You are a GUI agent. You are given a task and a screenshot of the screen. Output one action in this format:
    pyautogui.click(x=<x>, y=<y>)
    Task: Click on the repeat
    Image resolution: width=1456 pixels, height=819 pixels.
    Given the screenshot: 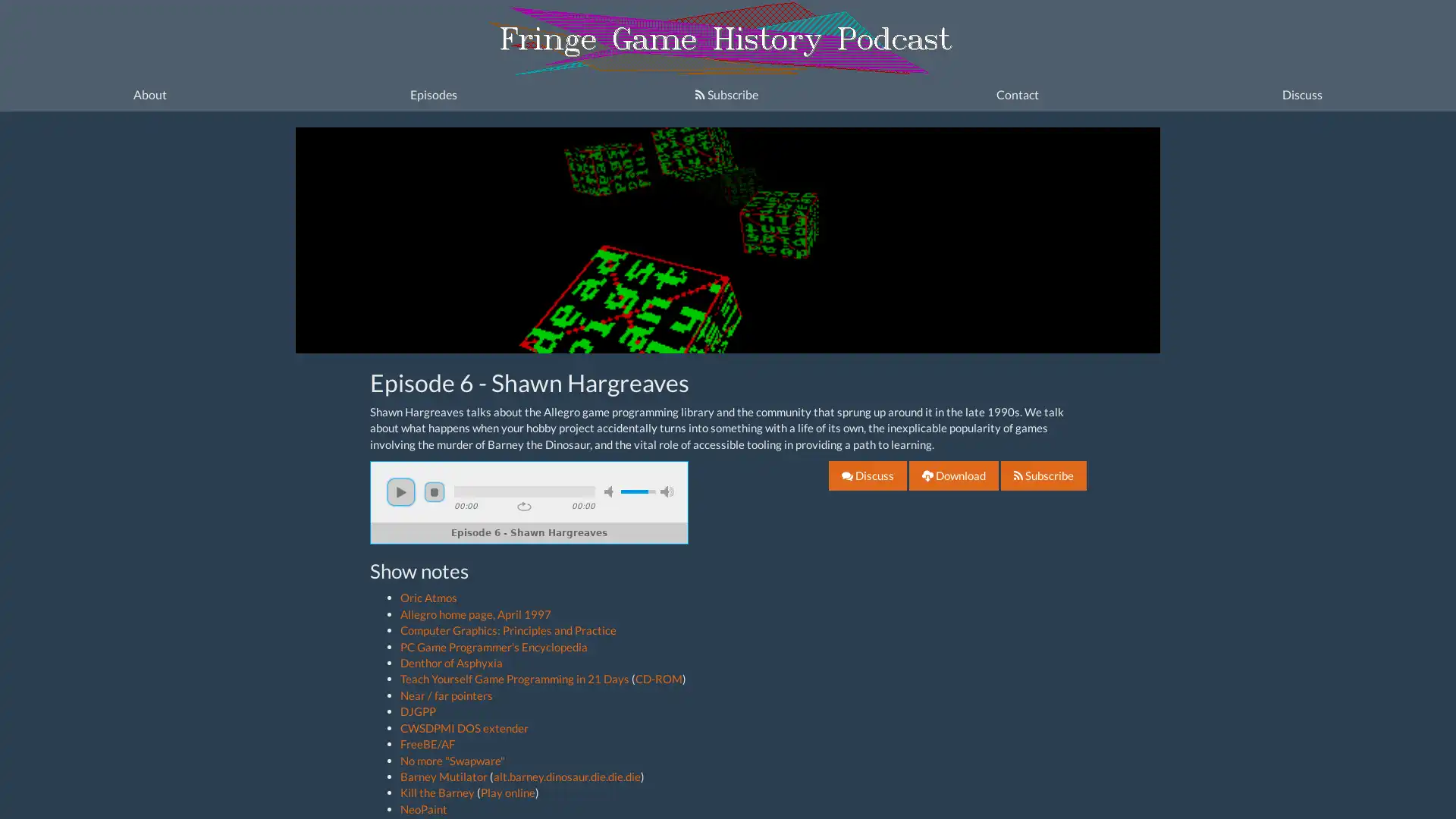 What is the action you would take?
    pyautogui.click(x=524, y=506)
    